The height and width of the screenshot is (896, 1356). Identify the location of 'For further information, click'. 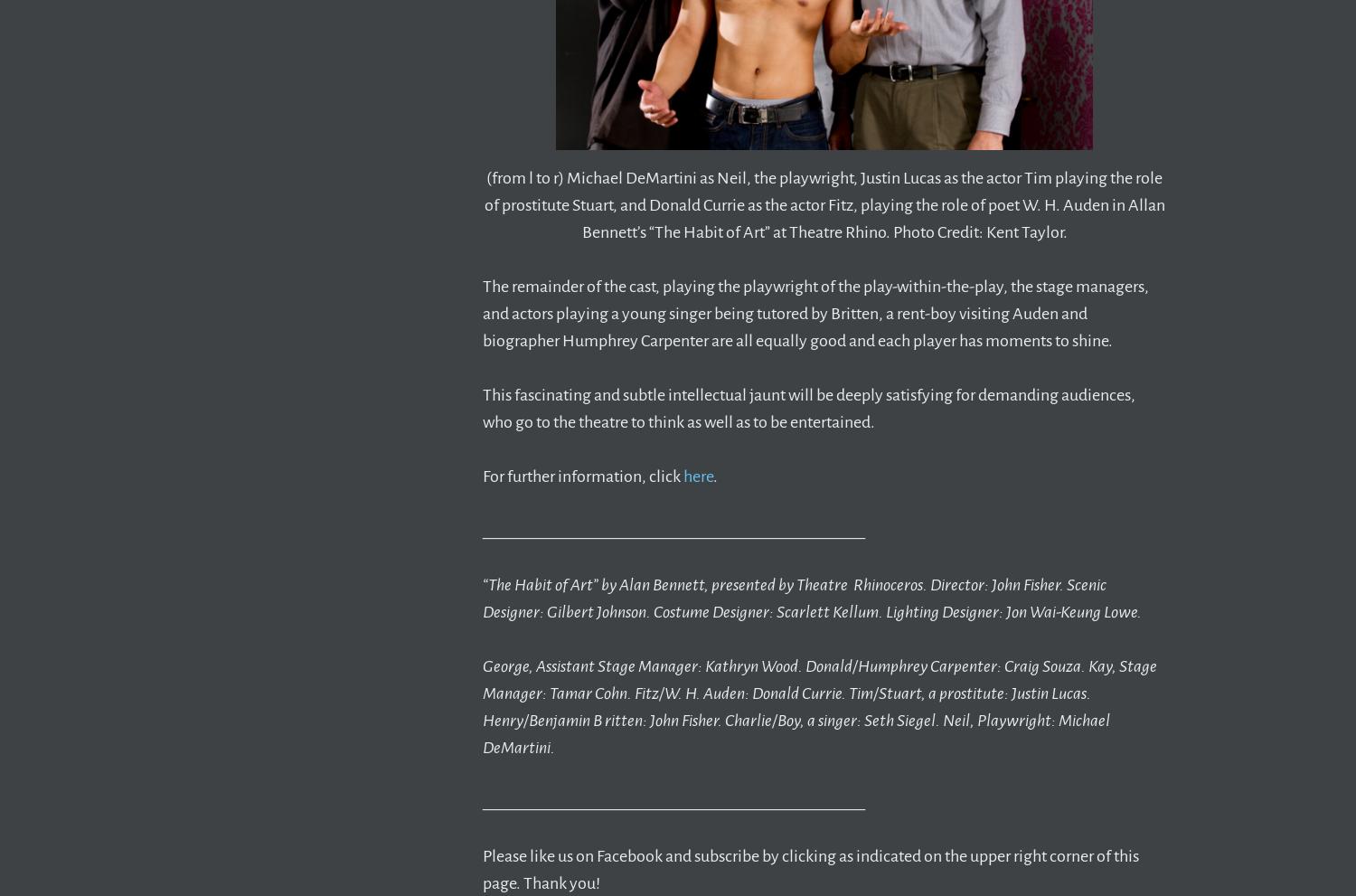
(583, 476).